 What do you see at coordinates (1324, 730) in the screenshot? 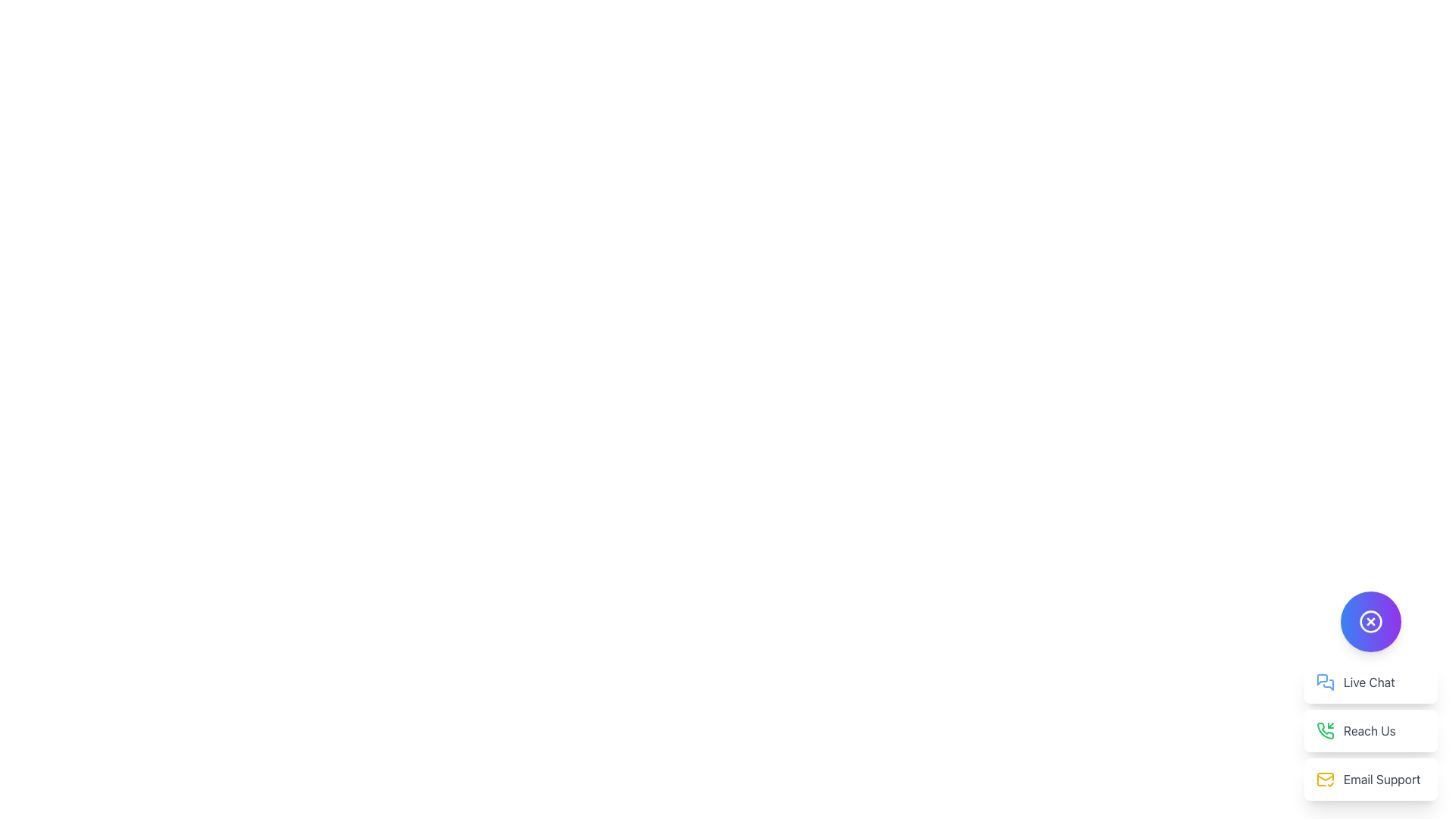
I see `the incoming phone call icon located at the lower right corner of the interface` at bounding box center [1324, 730].